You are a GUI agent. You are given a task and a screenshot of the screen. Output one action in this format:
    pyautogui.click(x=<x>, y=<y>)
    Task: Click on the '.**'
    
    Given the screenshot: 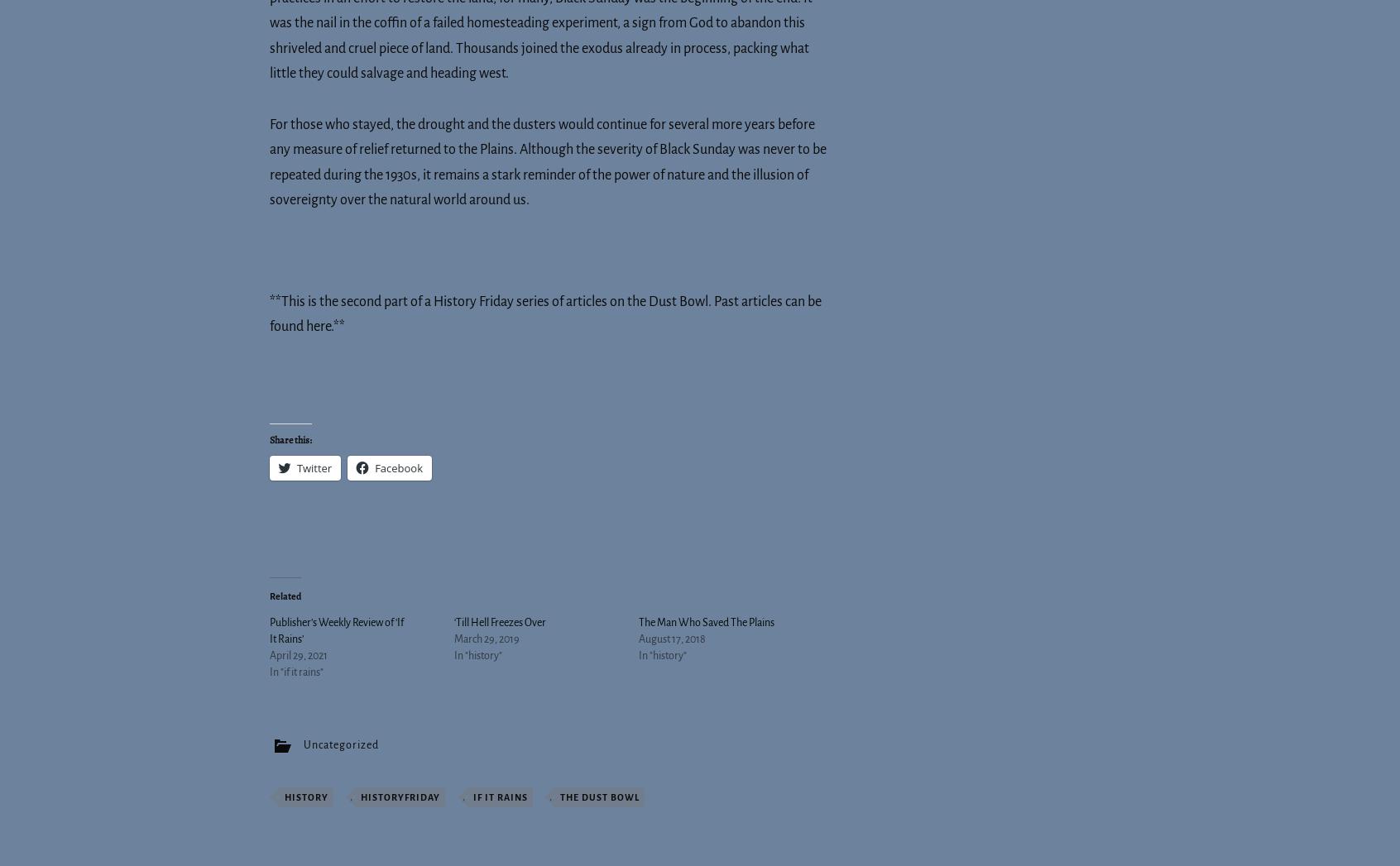 What is the action you would take?
    pyautogui.click(x=338, y=326)
    